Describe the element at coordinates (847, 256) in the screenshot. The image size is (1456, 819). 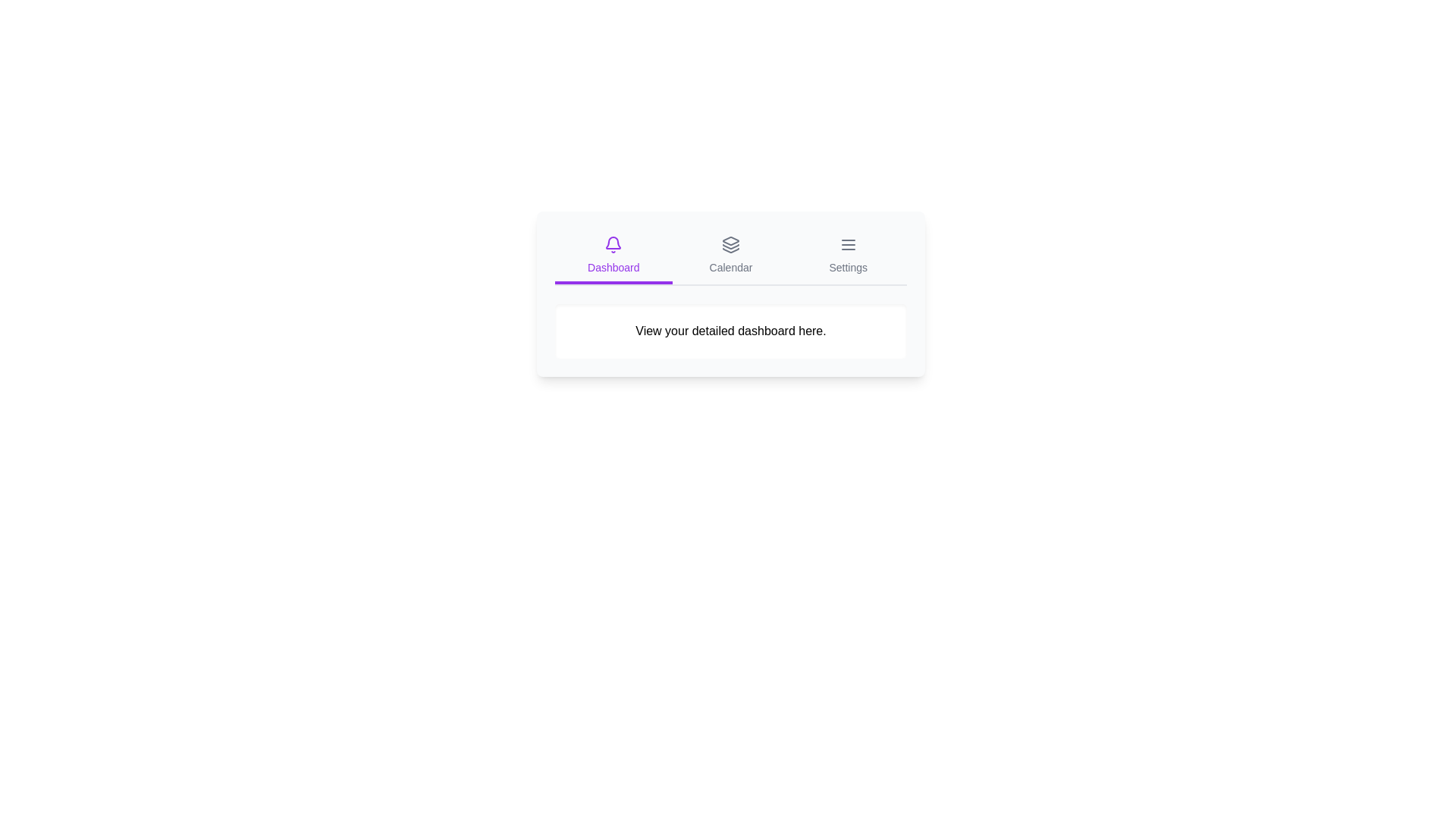
I see `the Settings tab by clicking on its label or icon` at that location.